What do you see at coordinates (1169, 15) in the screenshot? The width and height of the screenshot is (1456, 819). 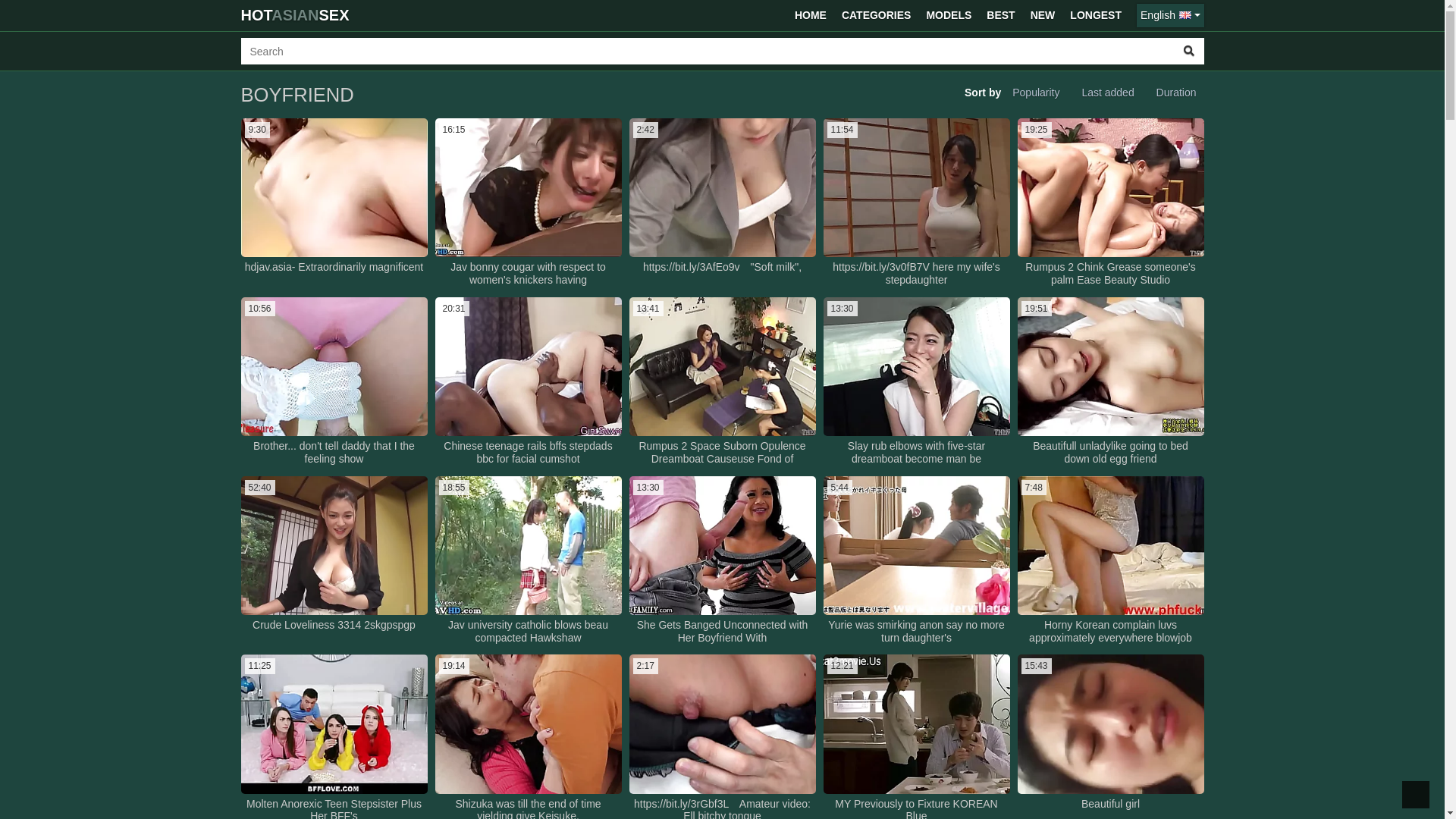 I see `'English'` at bounding box center [1169, 15].